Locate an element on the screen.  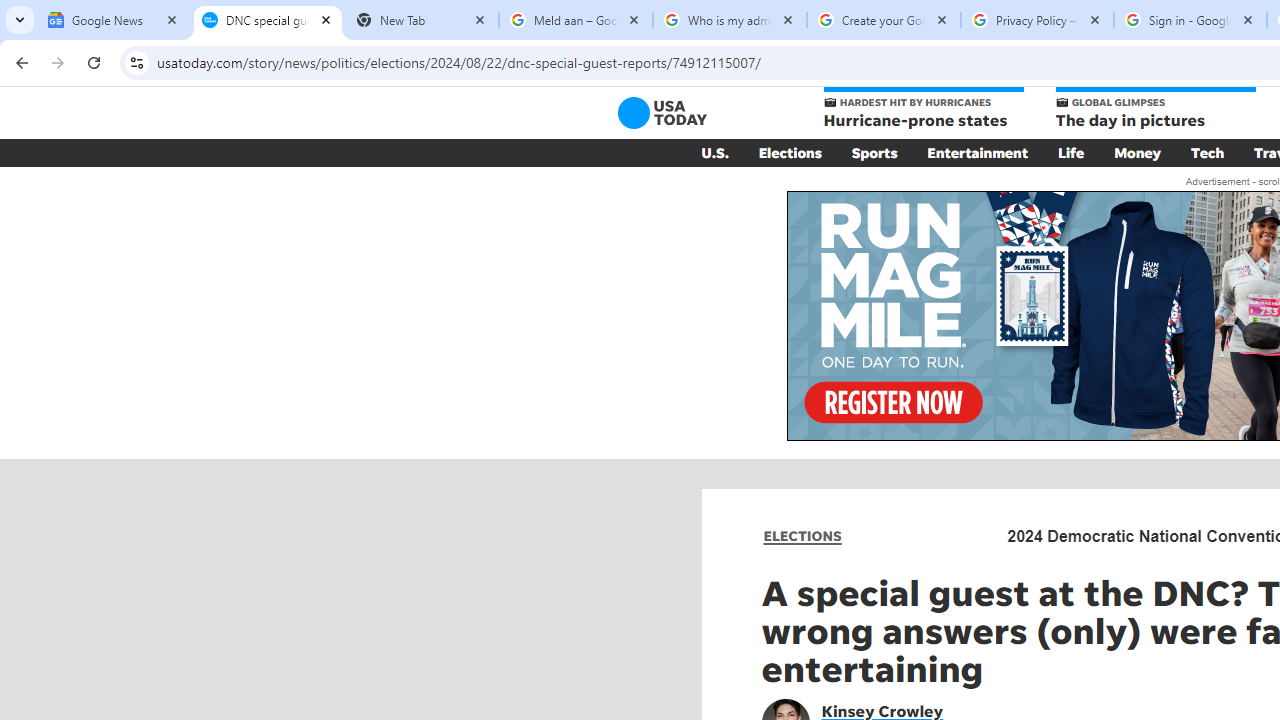
'View site information' is located at coordinates (135, 61).